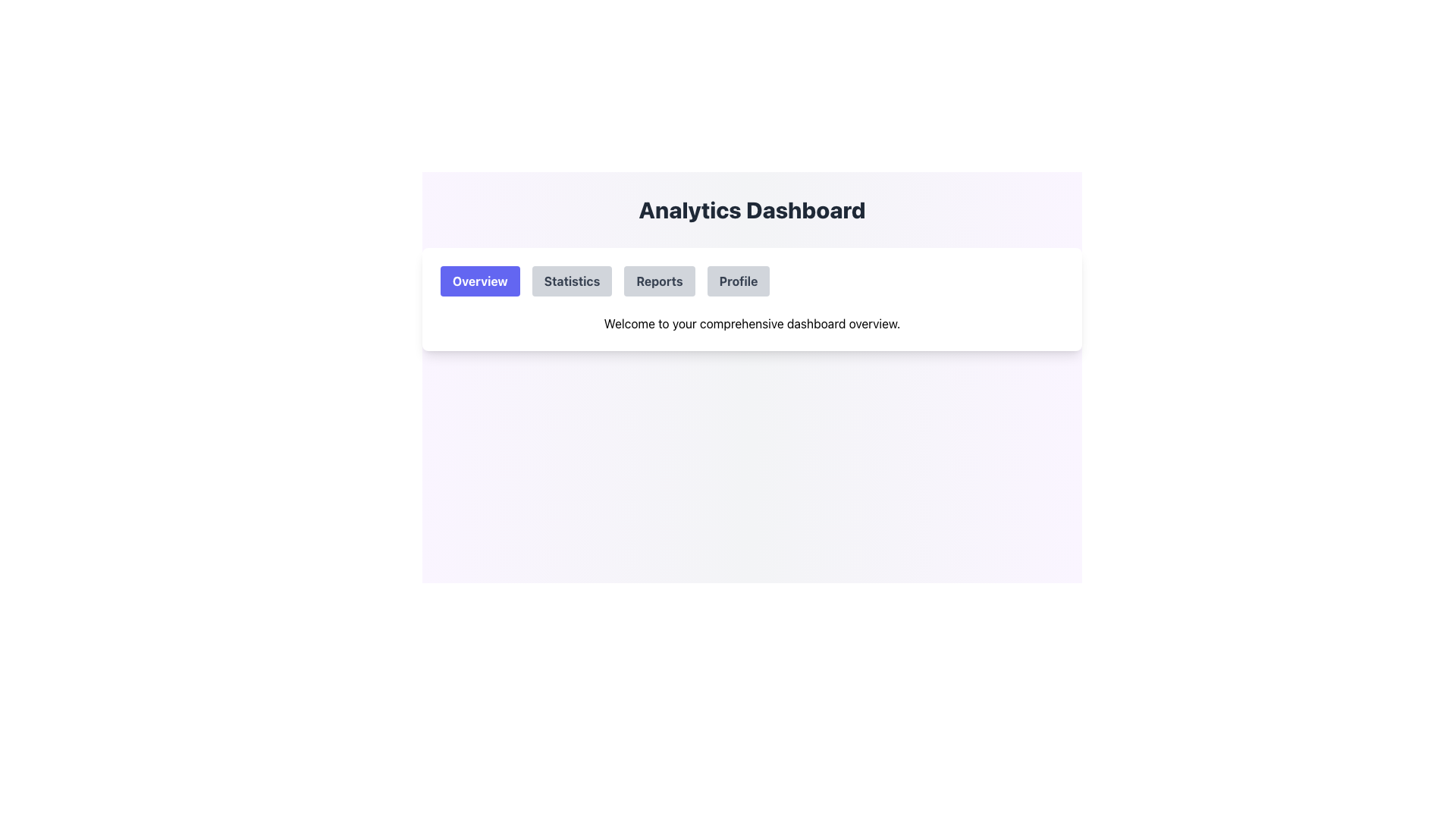 This screenshot has height=819, width=1456. Describe the element at coordinates (739, 281) in the screenshot. I see `the profile navigation button, which is the fourth button in the row below the 'Analytics Dashboard' title, located to the right of the 'Reports' button` at that location.